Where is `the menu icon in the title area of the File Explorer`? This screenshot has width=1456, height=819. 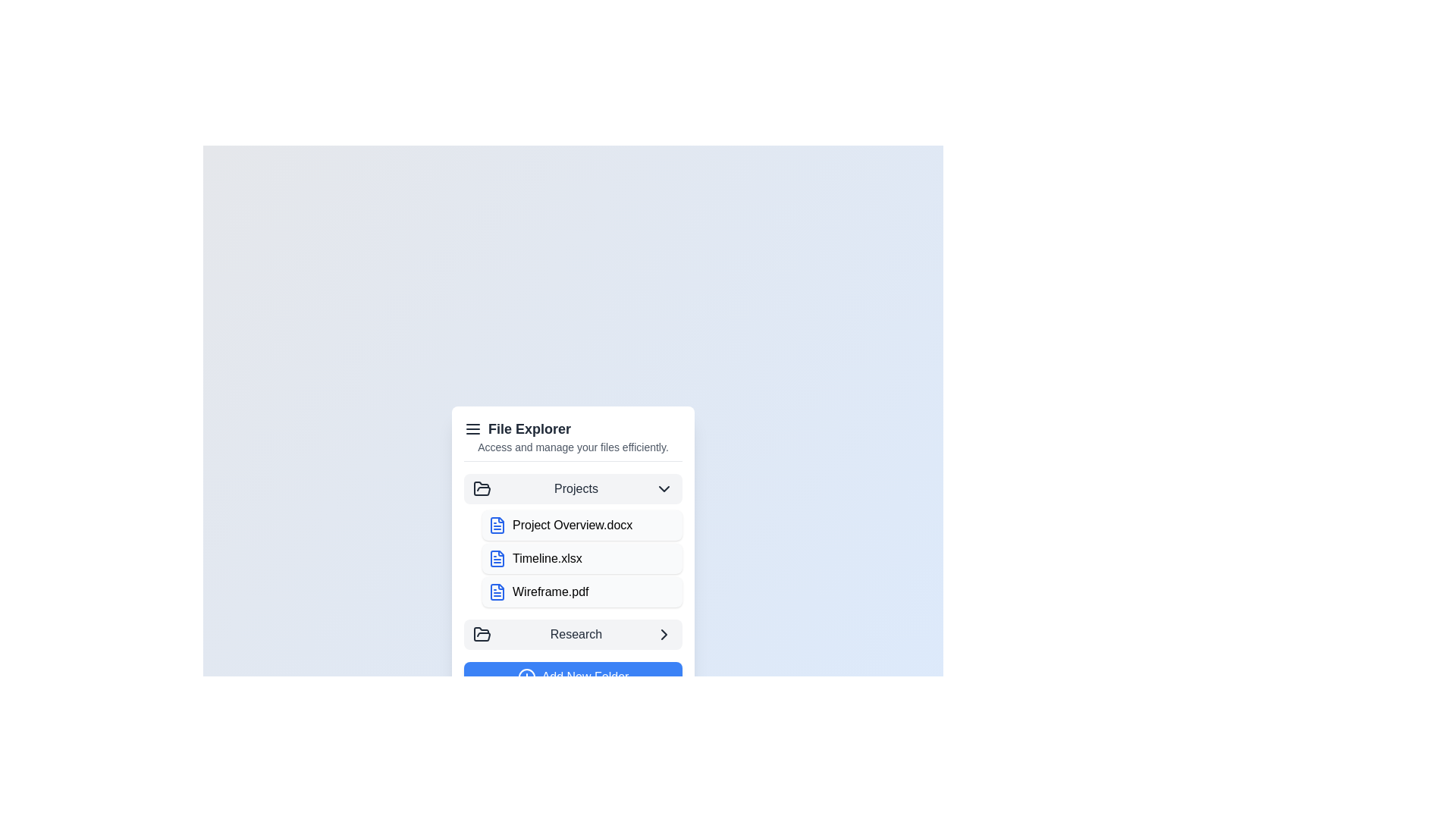 the menu icon in the title area of the File Explorer is located at coordinates (472, 428).